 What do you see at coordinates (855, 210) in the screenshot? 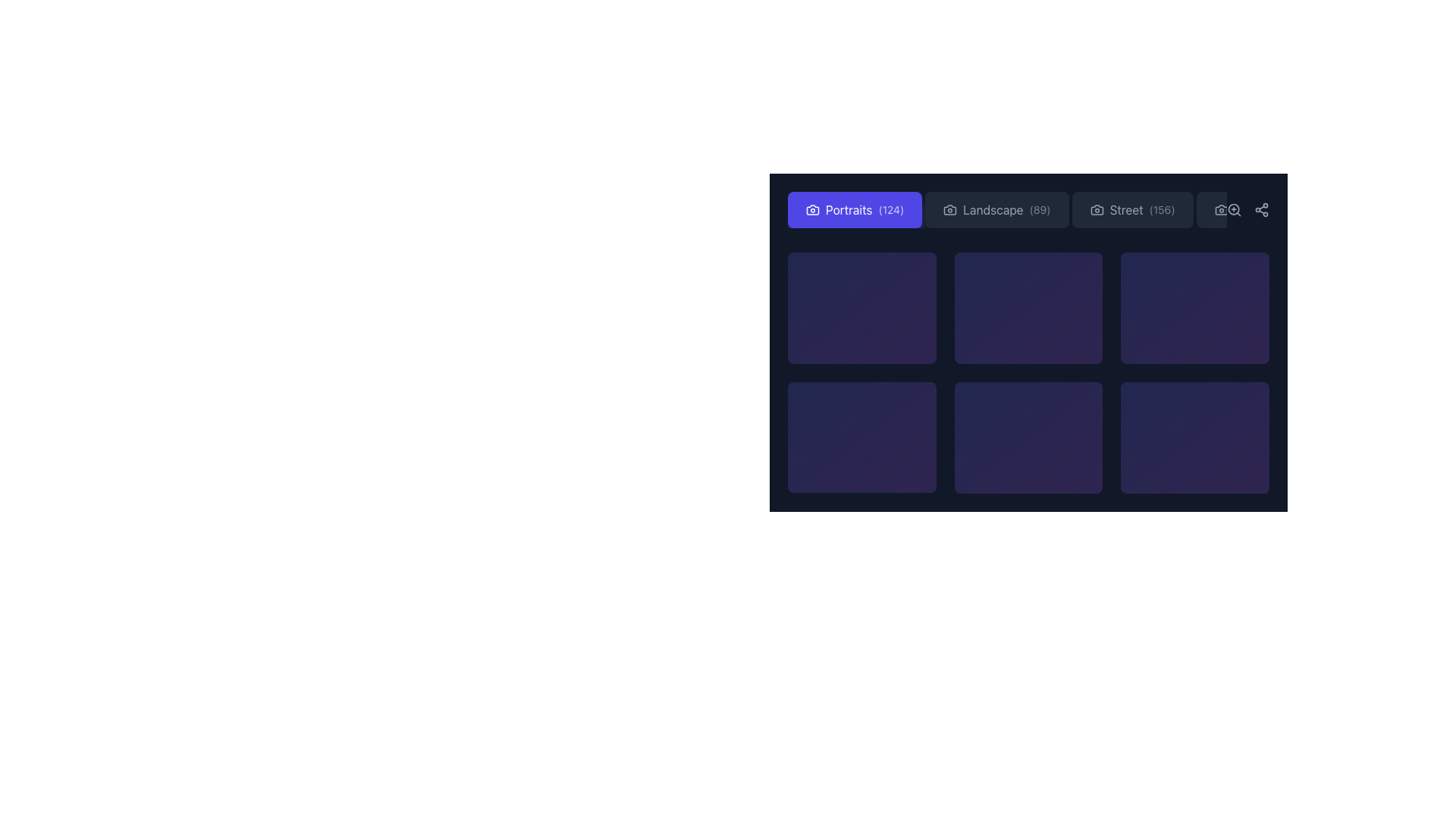
I see `the 'Portraits' button with a purple background and camera icon` at bounding box center [855, 210].